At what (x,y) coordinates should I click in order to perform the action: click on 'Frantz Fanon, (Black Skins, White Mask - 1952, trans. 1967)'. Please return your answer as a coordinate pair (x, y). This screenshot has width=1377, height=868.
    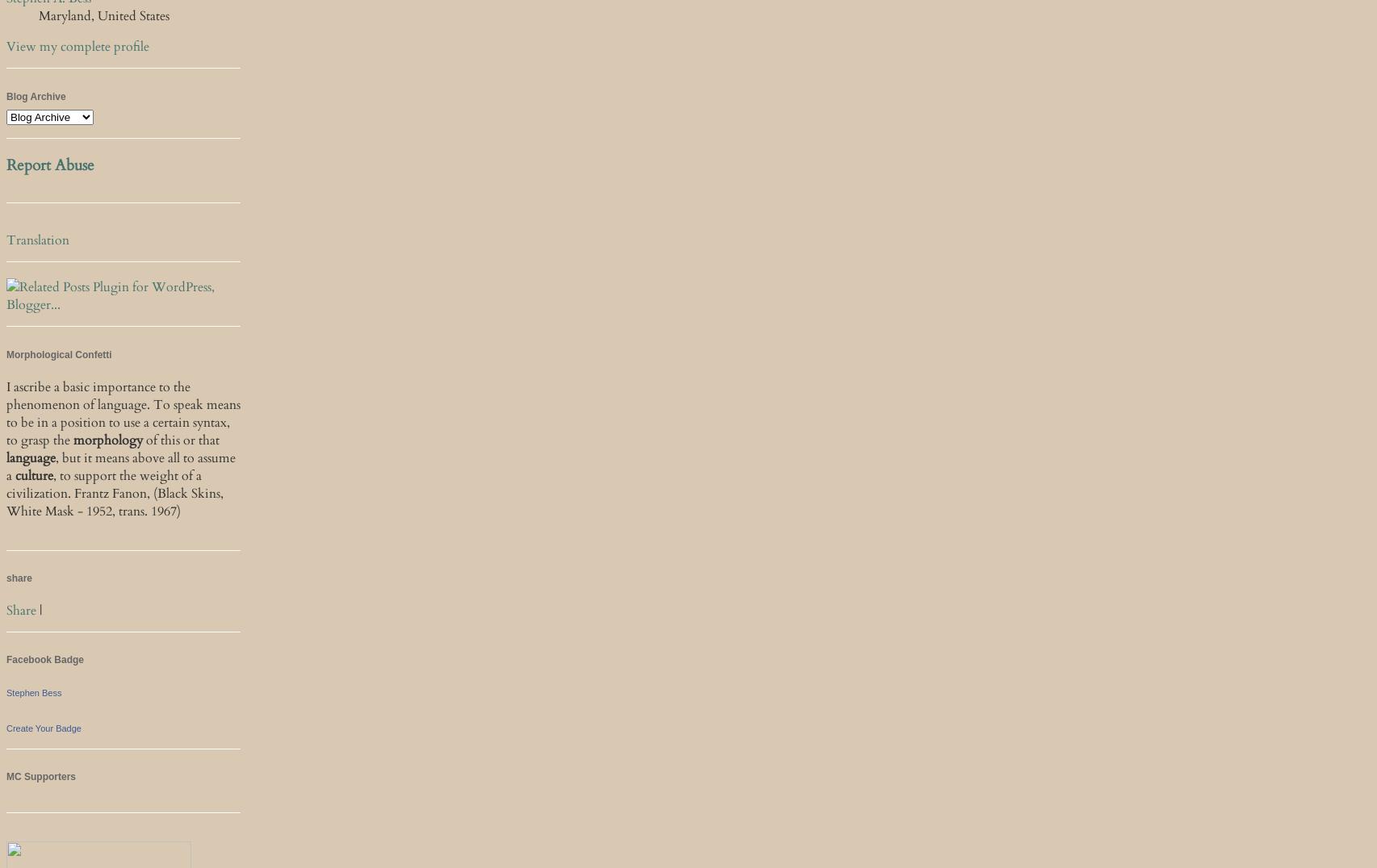
    Looking at the image, I should click on (115, 502).